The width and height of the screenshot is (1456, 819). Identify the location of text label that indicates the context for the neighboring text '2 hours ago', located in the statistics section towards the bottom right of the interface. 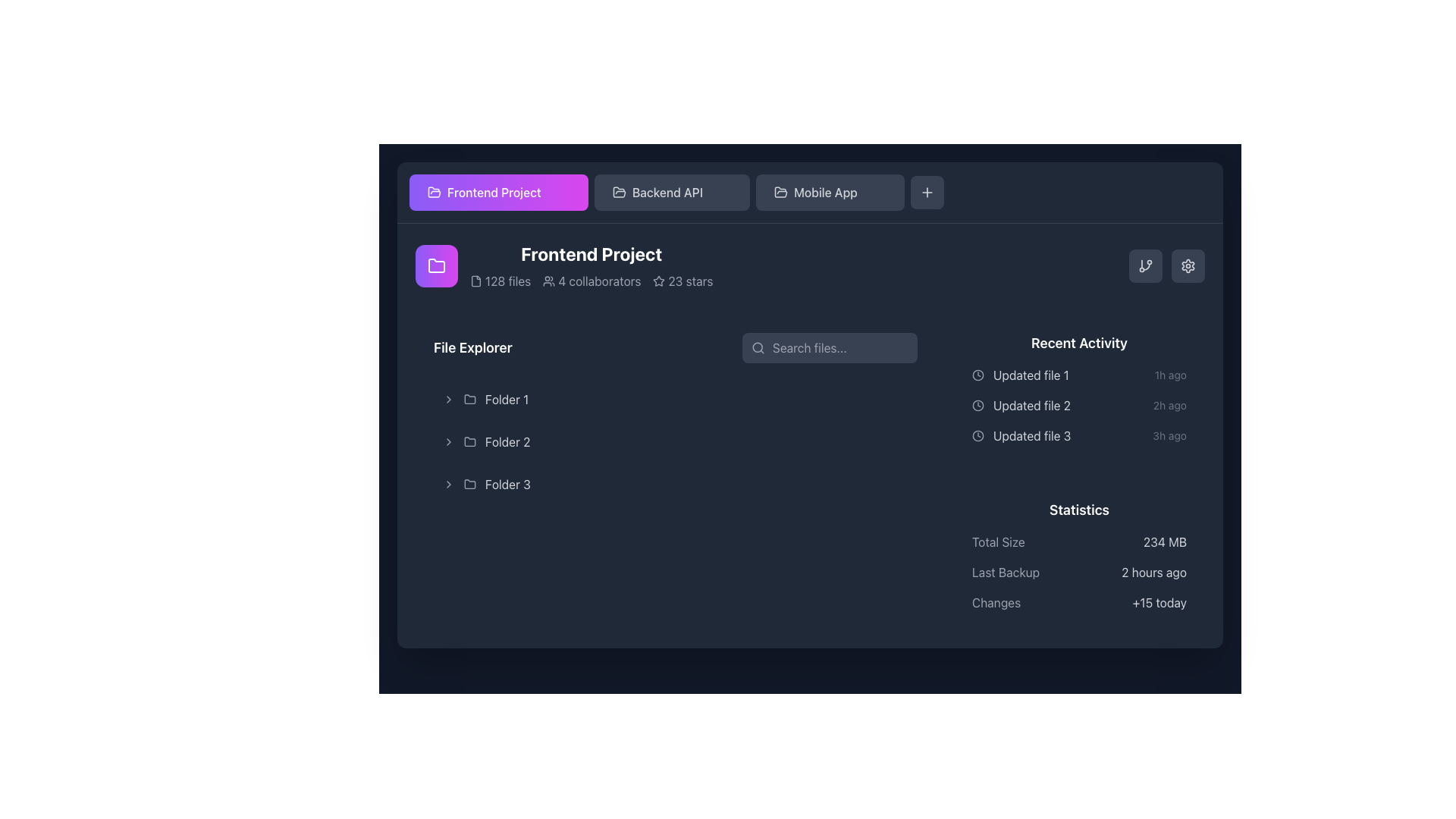
(1006, 573).